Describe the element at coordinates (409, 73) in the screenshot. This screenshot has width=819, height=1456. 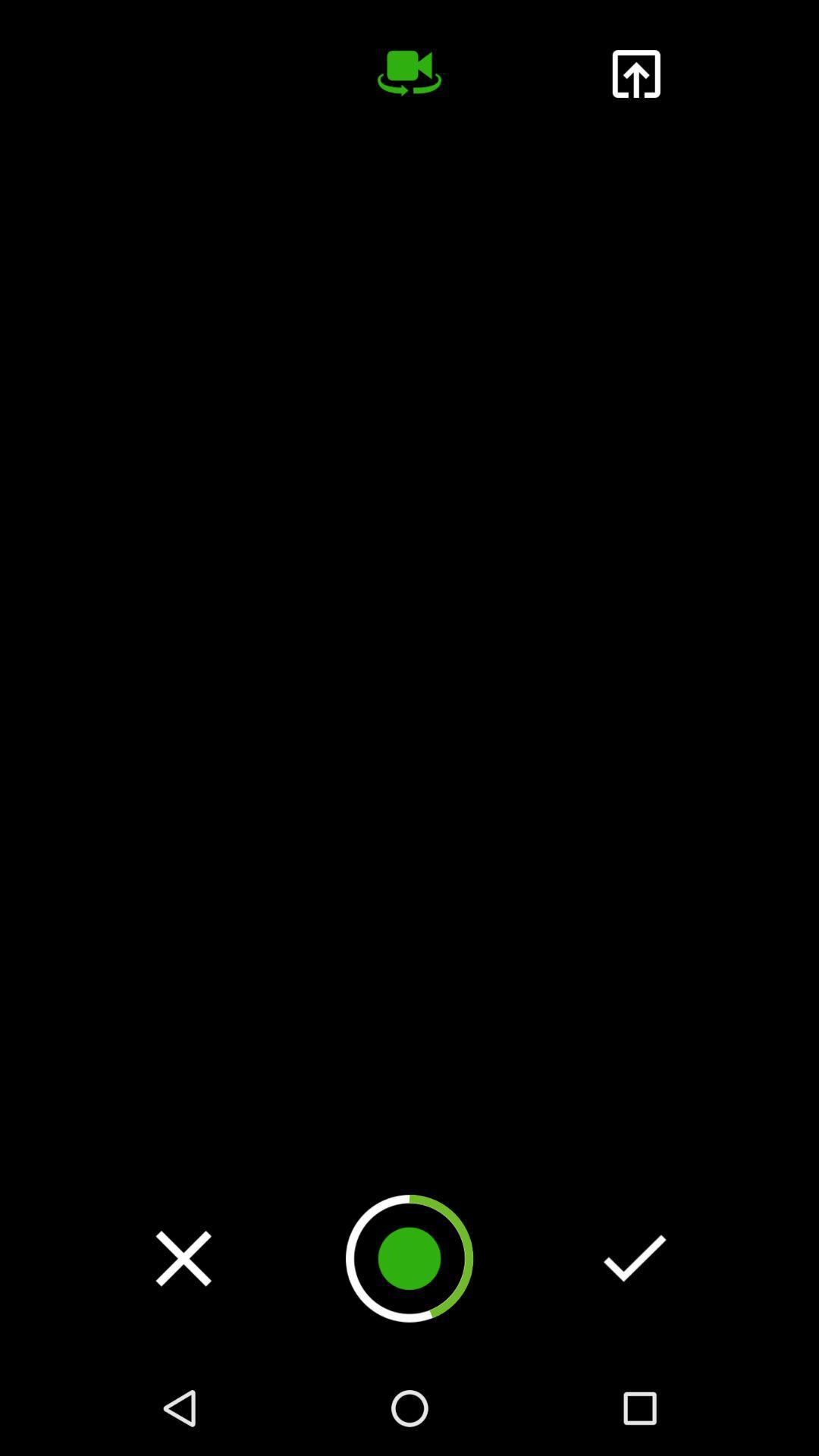
I see `change camera` at that location.